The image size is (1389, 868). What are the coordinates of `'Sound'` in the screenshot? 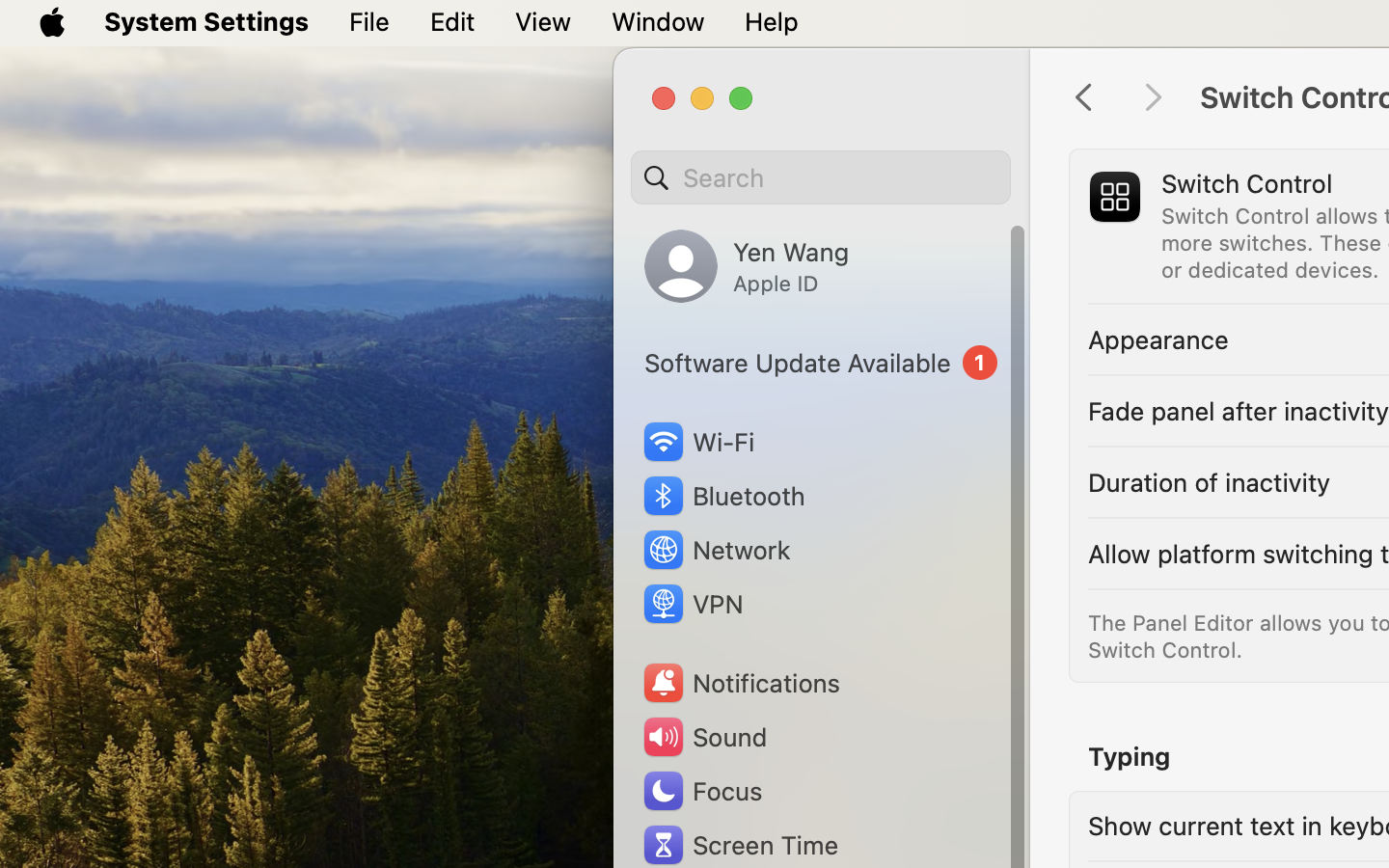 It's located at (702, 736).